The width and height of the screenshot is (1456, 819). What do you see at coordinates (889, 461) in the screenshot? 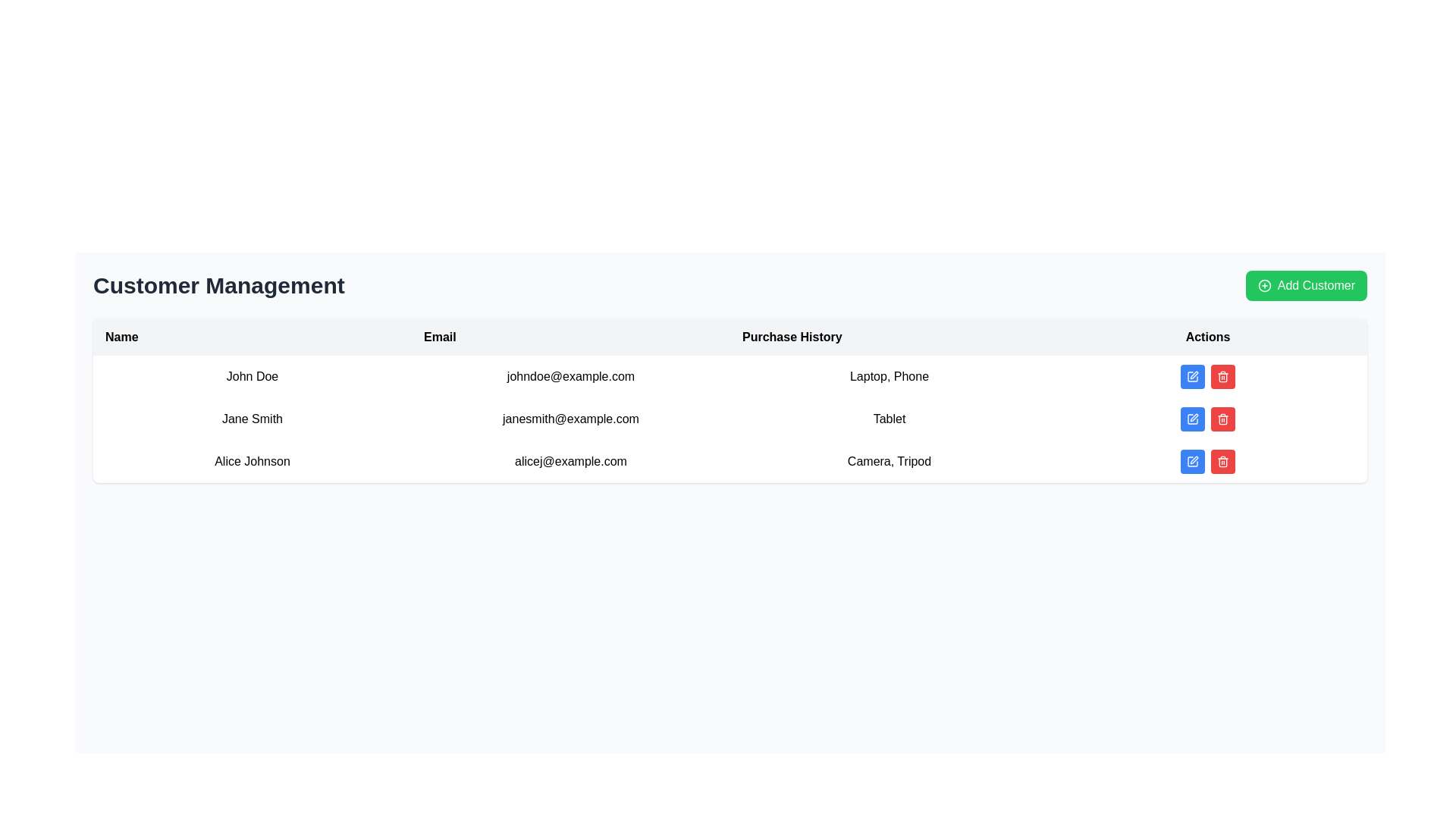
I see `the text display element that shows 'Camera, Tripod' under the 'Purchase History' column for 'Alice Johnson'` at bounding box center [889, 461].